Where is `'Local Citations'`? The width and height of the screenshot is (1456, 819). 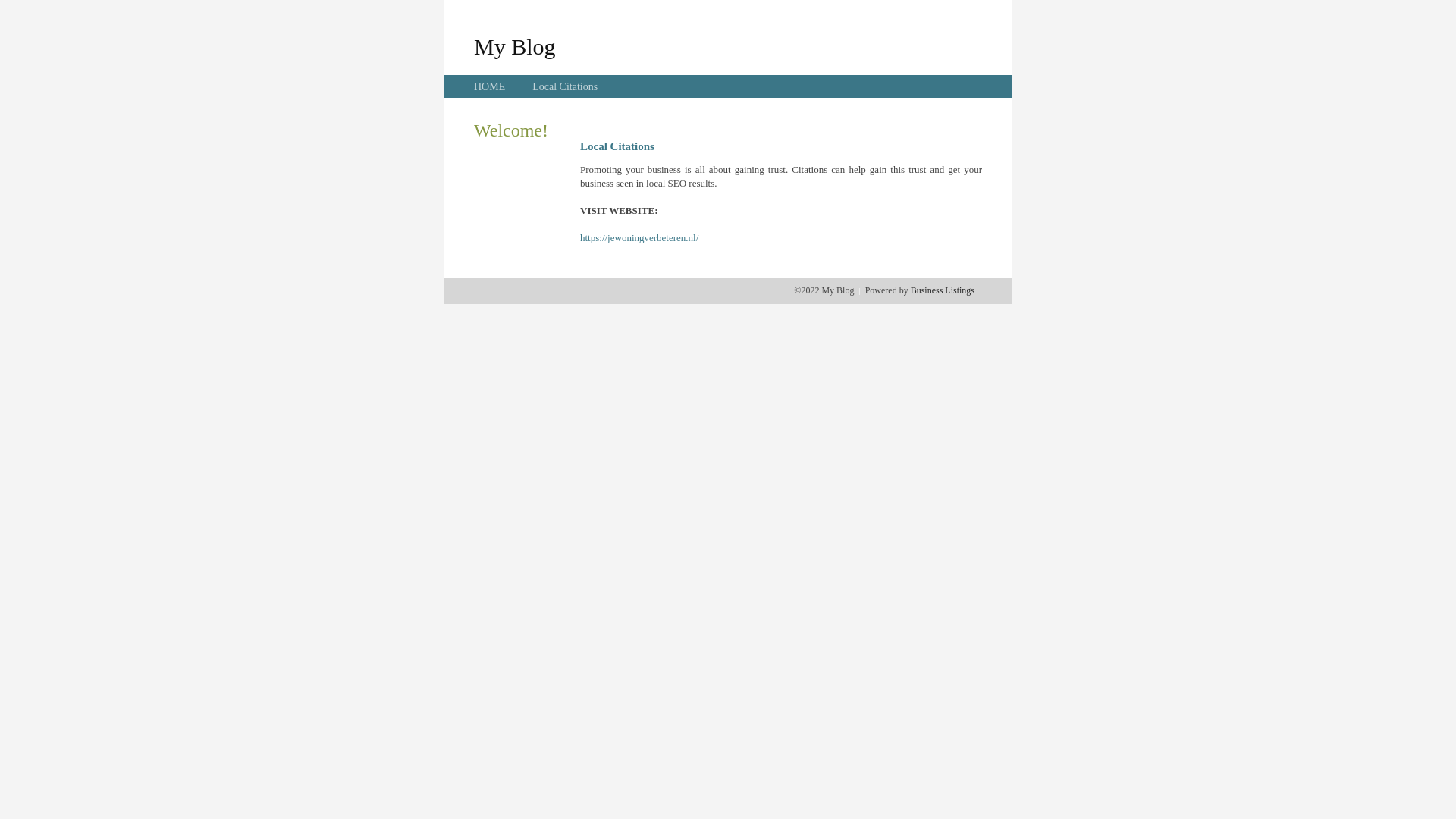 'Local Citations' is located at coordinates (563, 86).